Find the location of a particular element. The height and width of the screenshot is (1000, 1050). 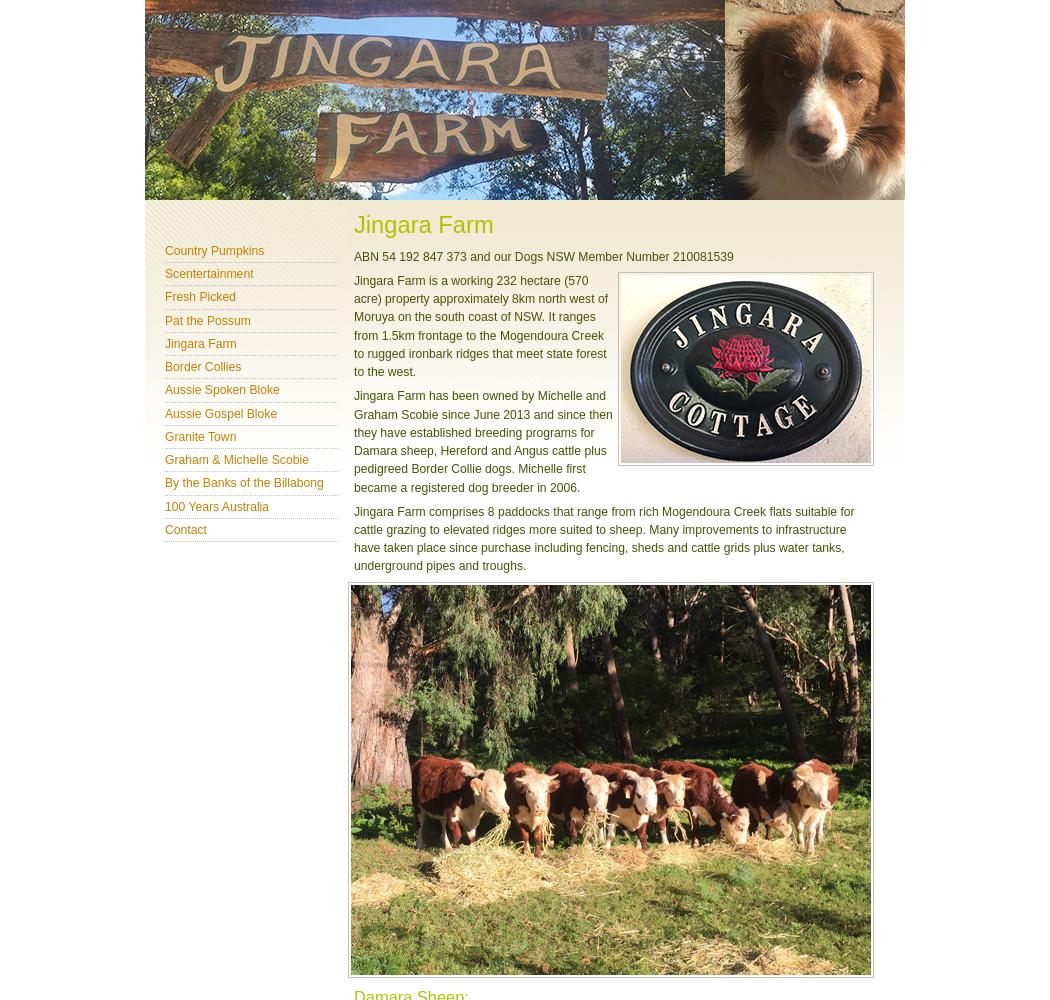

'By the Banks of the Billabong' is located at coordinates (244, 482).